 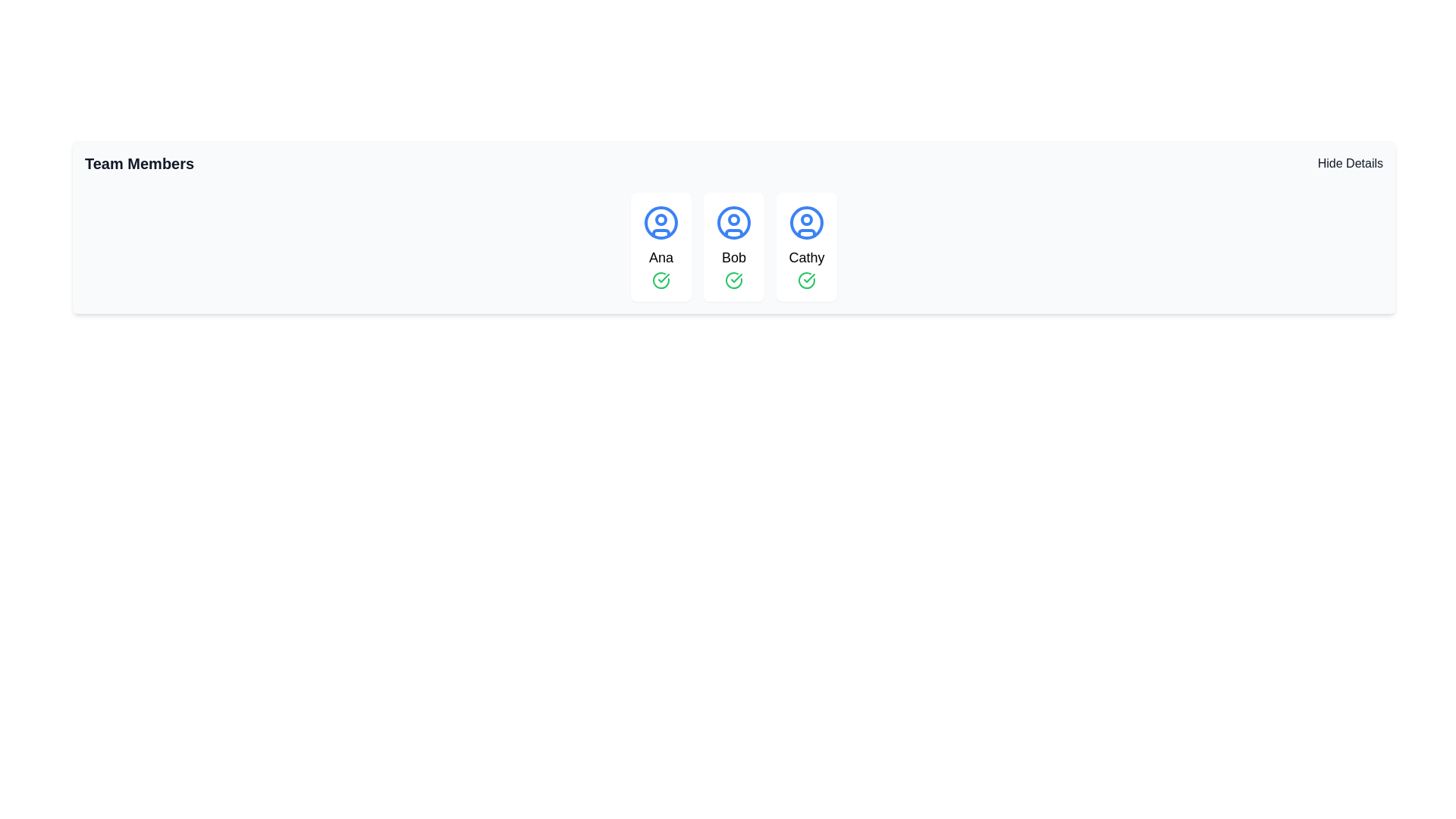 What do you see at coordinates (1350, 164) in the screenshot?
I see `the toggle button located at the top-right corner of the 'Team Members' section to hide or show the details of the team members` at bounding box center [1350, 164].